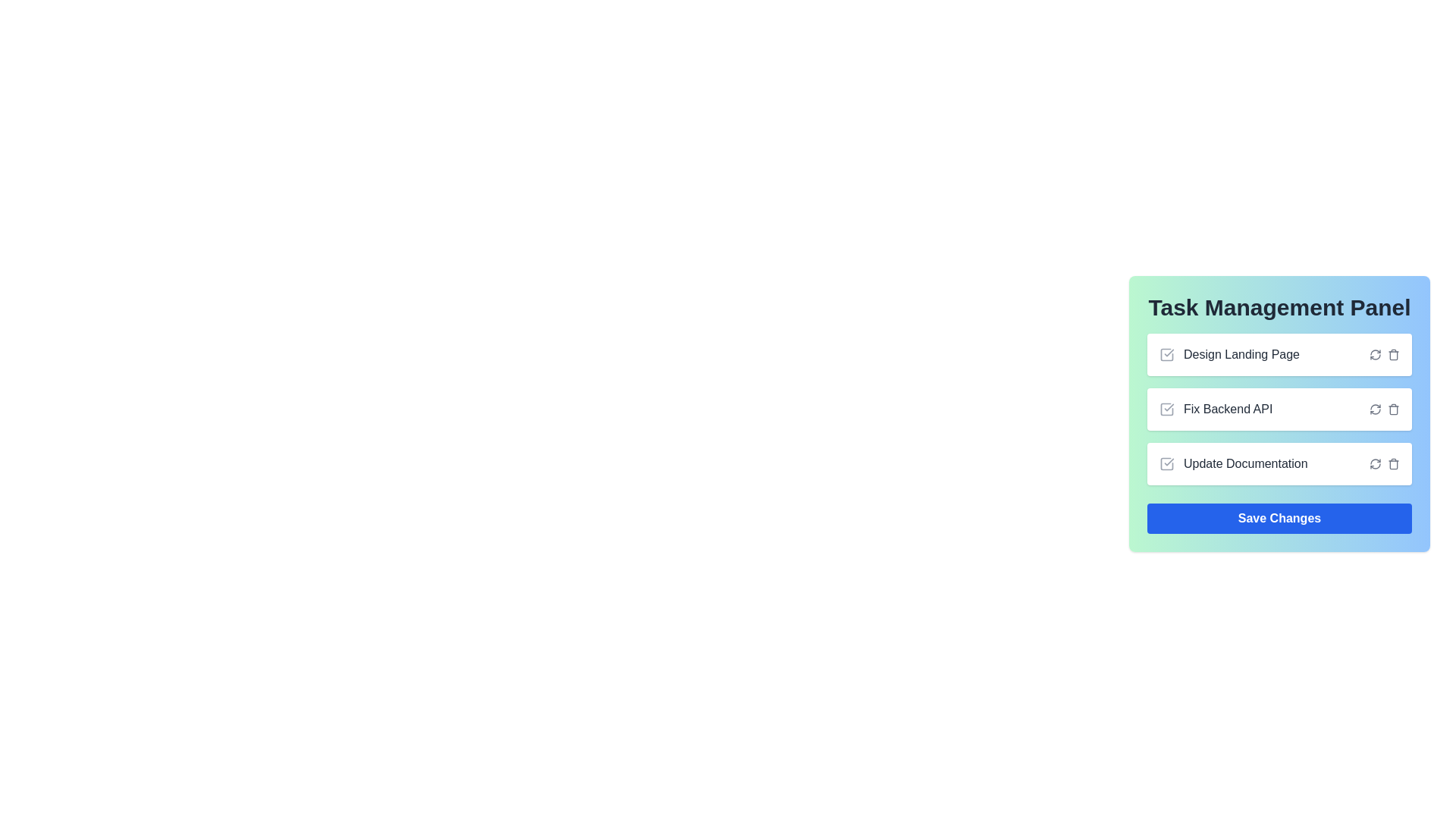 Image resolution: width=1456 pixels, height=819 pixels. What do you see at coordinates (1216, 409) in the screenshot?
I see `the second task item in the task management list, which is represented by a checkbox` at bounding box center [1216, 409].